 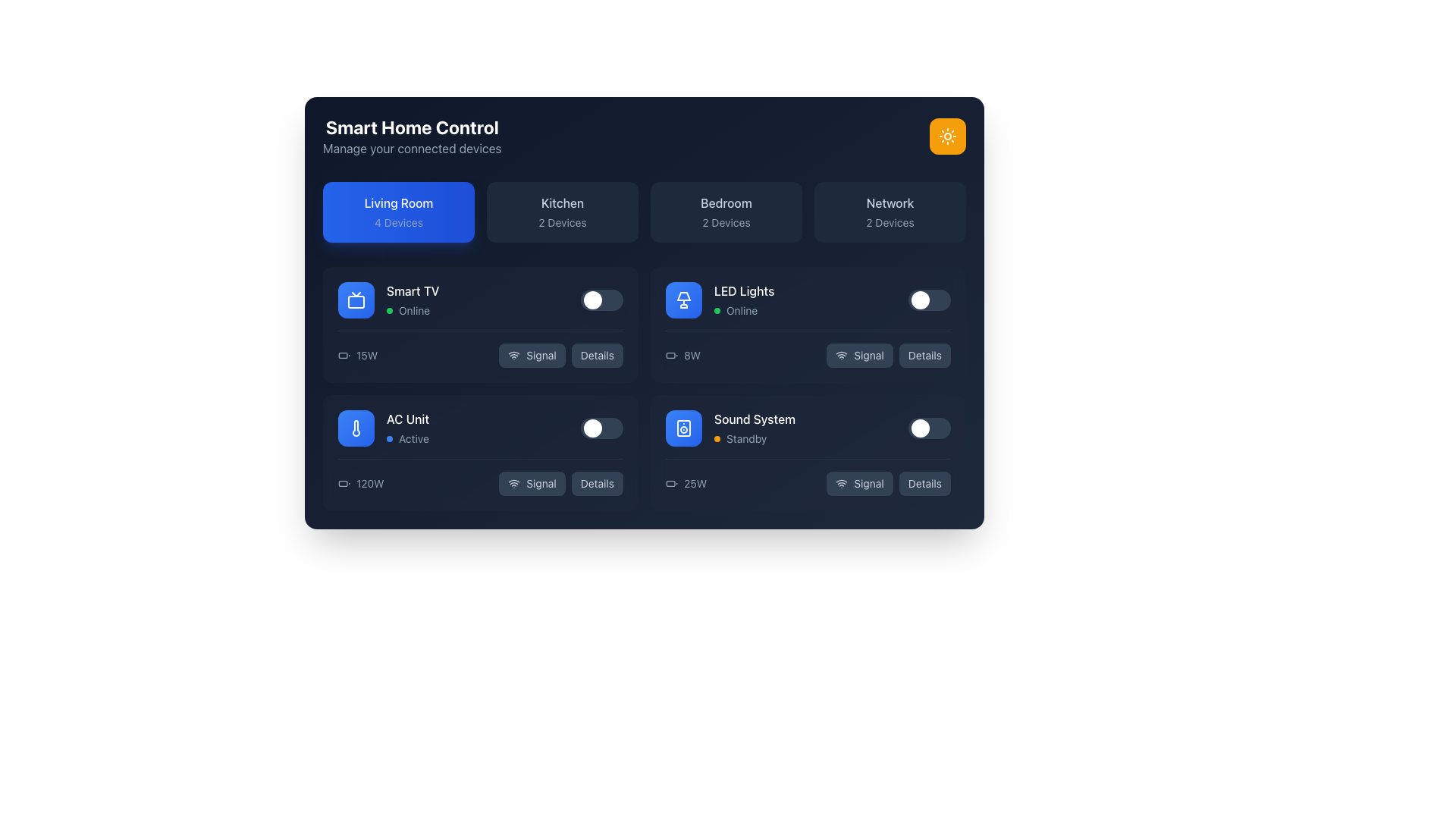 I want to click on the area containing the text label that provides information regarding the number of devices associated with the 'Network' section, located below the 'Network' title within the lower portion of the rectangular card labeled 'Network', so click(x=890, y=222).